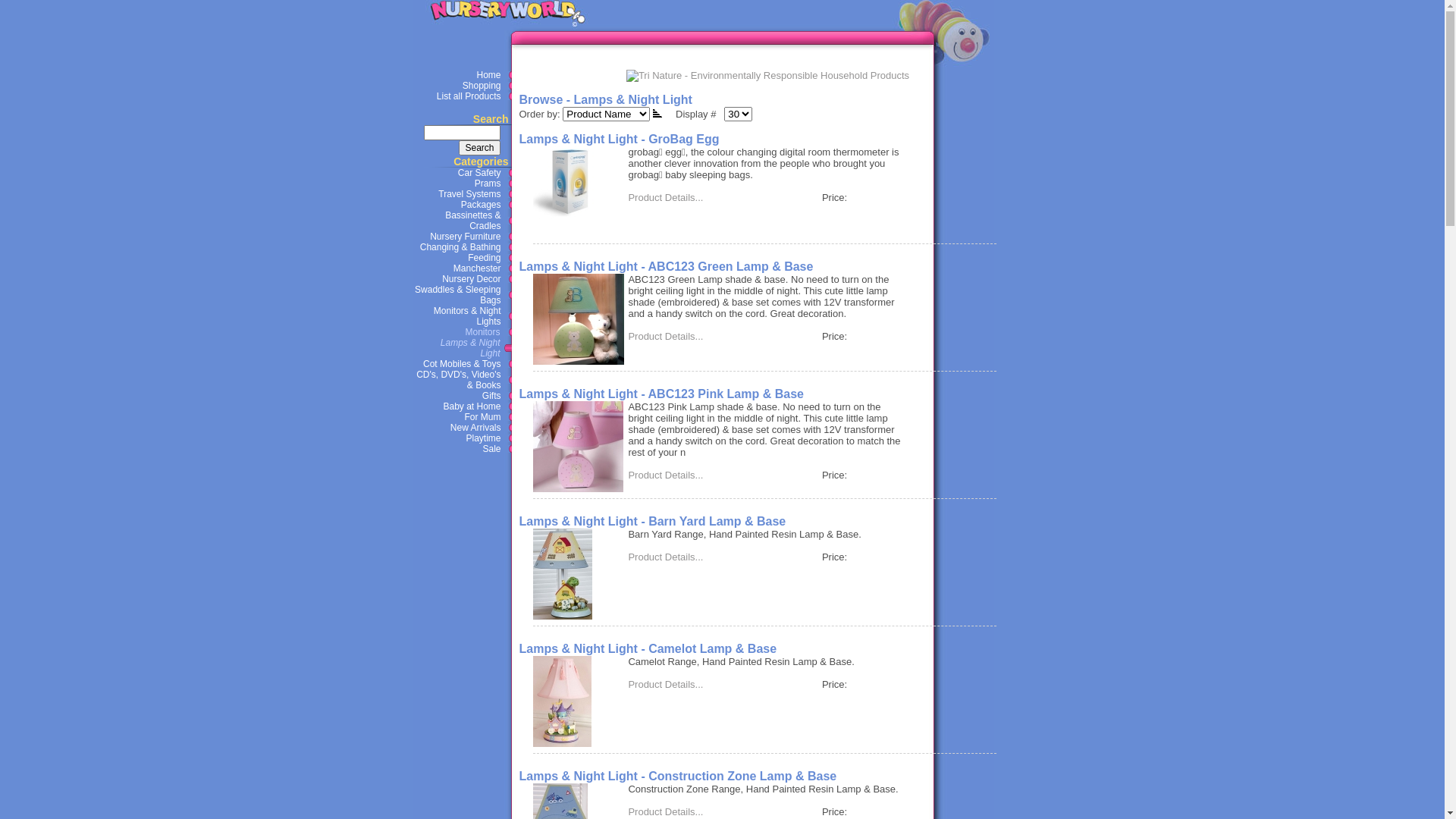 This screenshot has height=819, width=1456. I want to click on 'Home', so click(461, 75).